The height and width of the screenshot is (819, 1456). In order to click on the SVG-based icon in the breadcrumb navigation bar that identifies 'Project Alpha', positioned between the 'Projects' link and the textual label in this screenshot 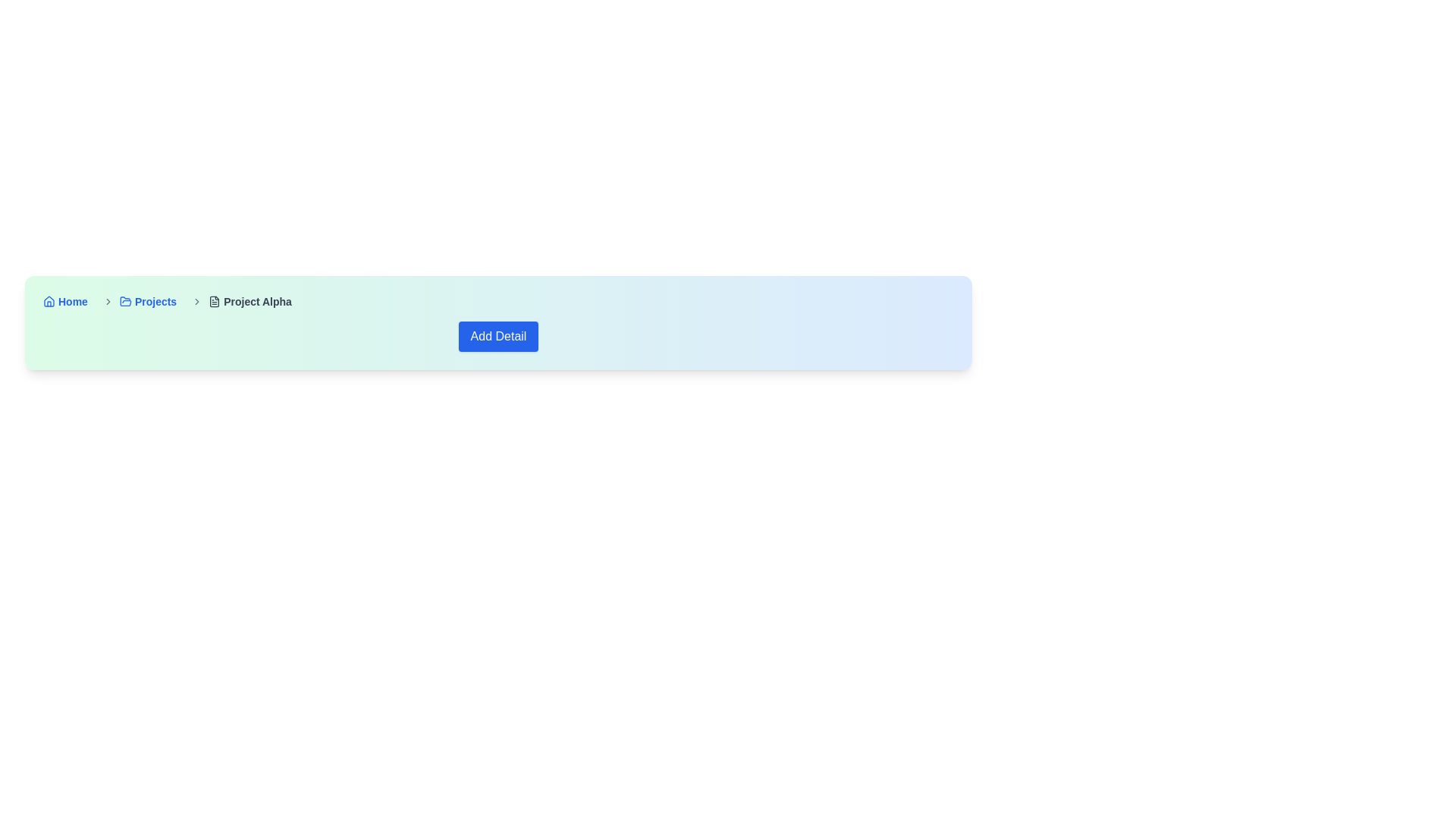, I will do `click(214, 301)`.